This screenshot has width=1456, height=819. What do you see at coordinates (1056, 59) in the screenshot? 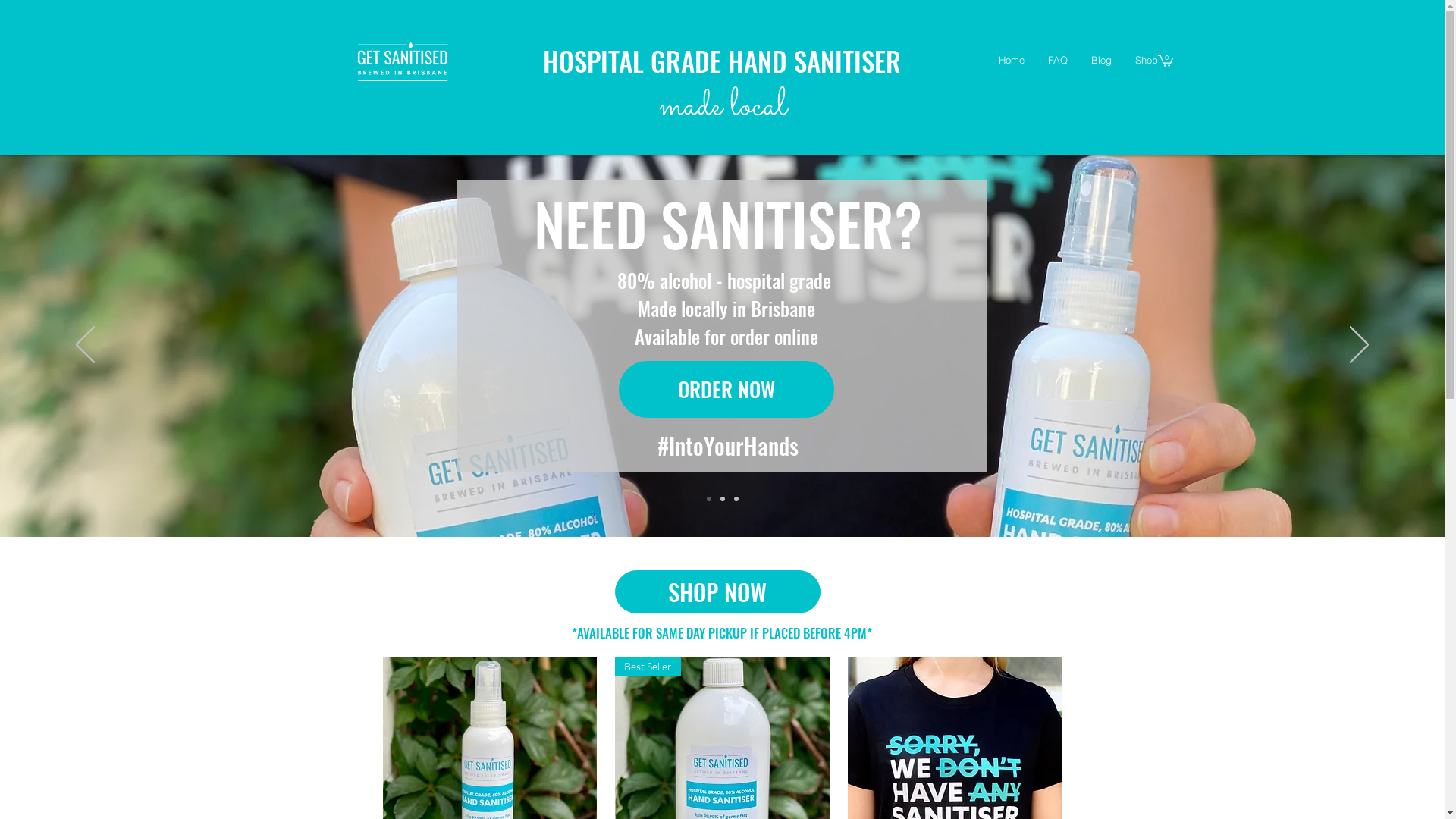
I see `'FAQ'` at bounding box center [1056, 59].